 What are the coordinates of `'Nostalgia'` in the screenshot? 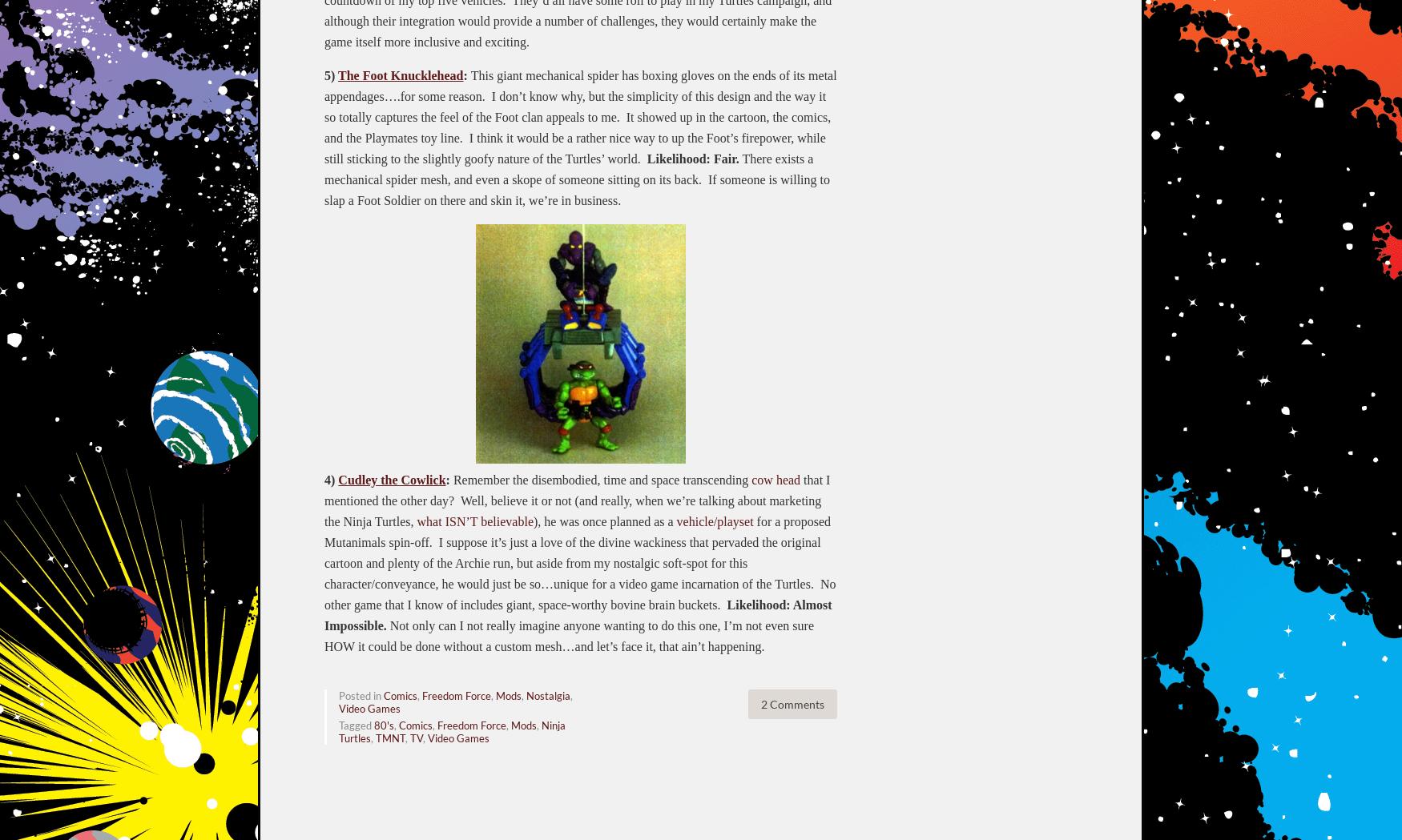 It's located at (525, 695).